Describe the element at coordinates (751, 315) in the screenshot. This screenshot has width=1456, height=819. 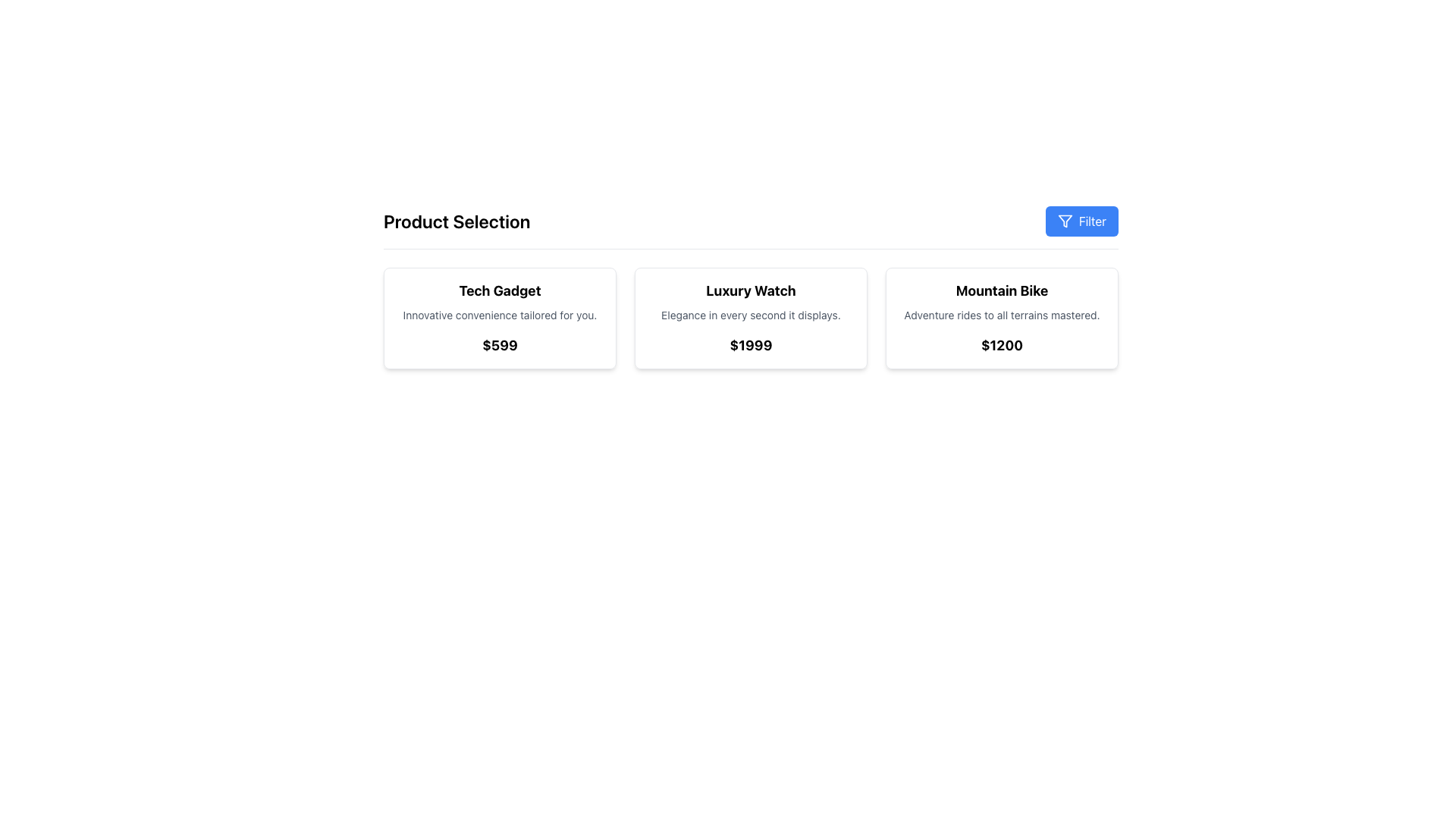
I see `the text label displaying 'Elegance in every second it displays.' located within the middle product card, positioned below the title 'Luxury Watch' and above the price '$1999'` at that location.